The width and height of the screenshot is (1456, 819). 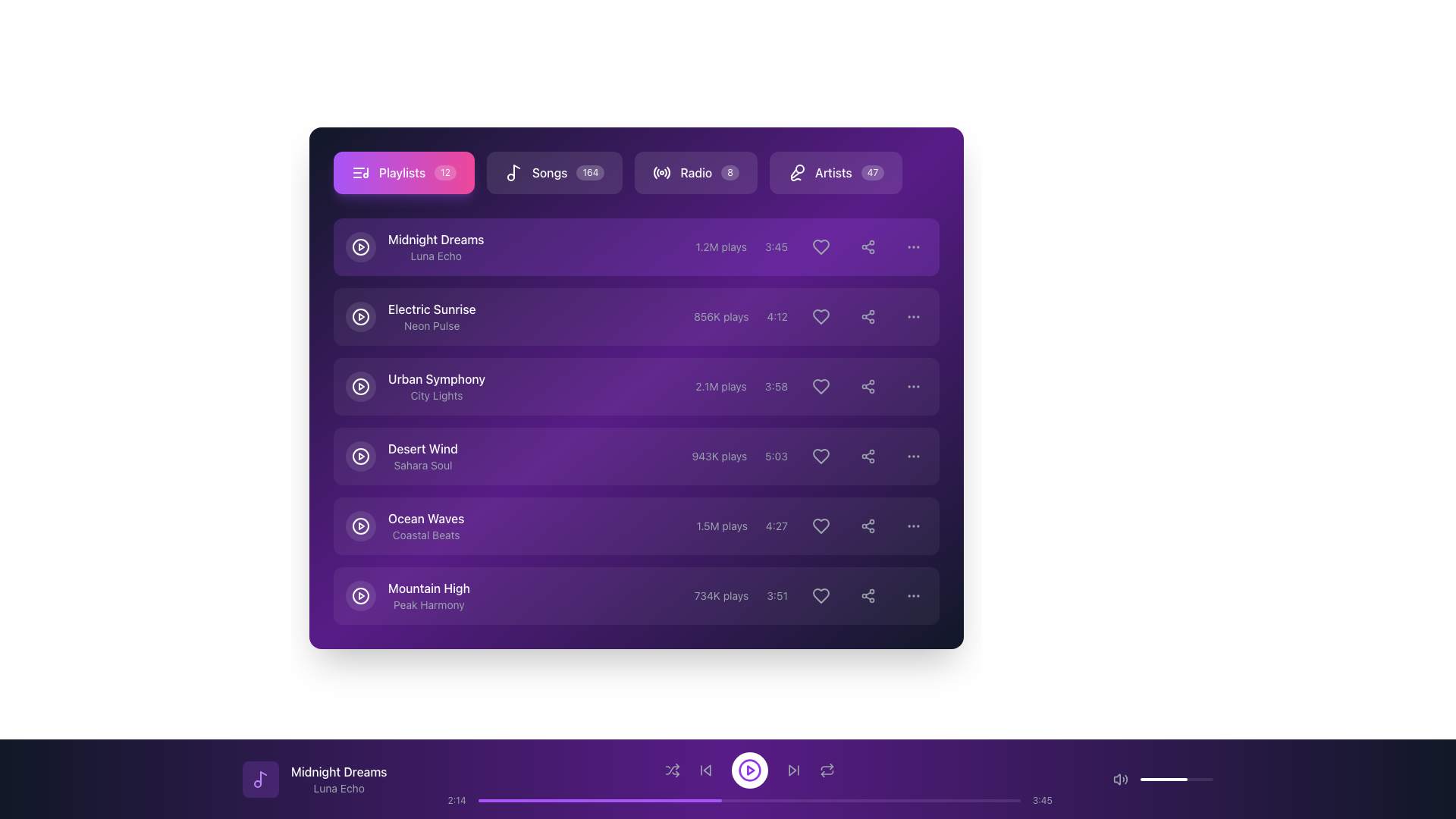 I want to click on the share button for the song 'Desert Wind' to change its appearance, so click(x=868, y=455).